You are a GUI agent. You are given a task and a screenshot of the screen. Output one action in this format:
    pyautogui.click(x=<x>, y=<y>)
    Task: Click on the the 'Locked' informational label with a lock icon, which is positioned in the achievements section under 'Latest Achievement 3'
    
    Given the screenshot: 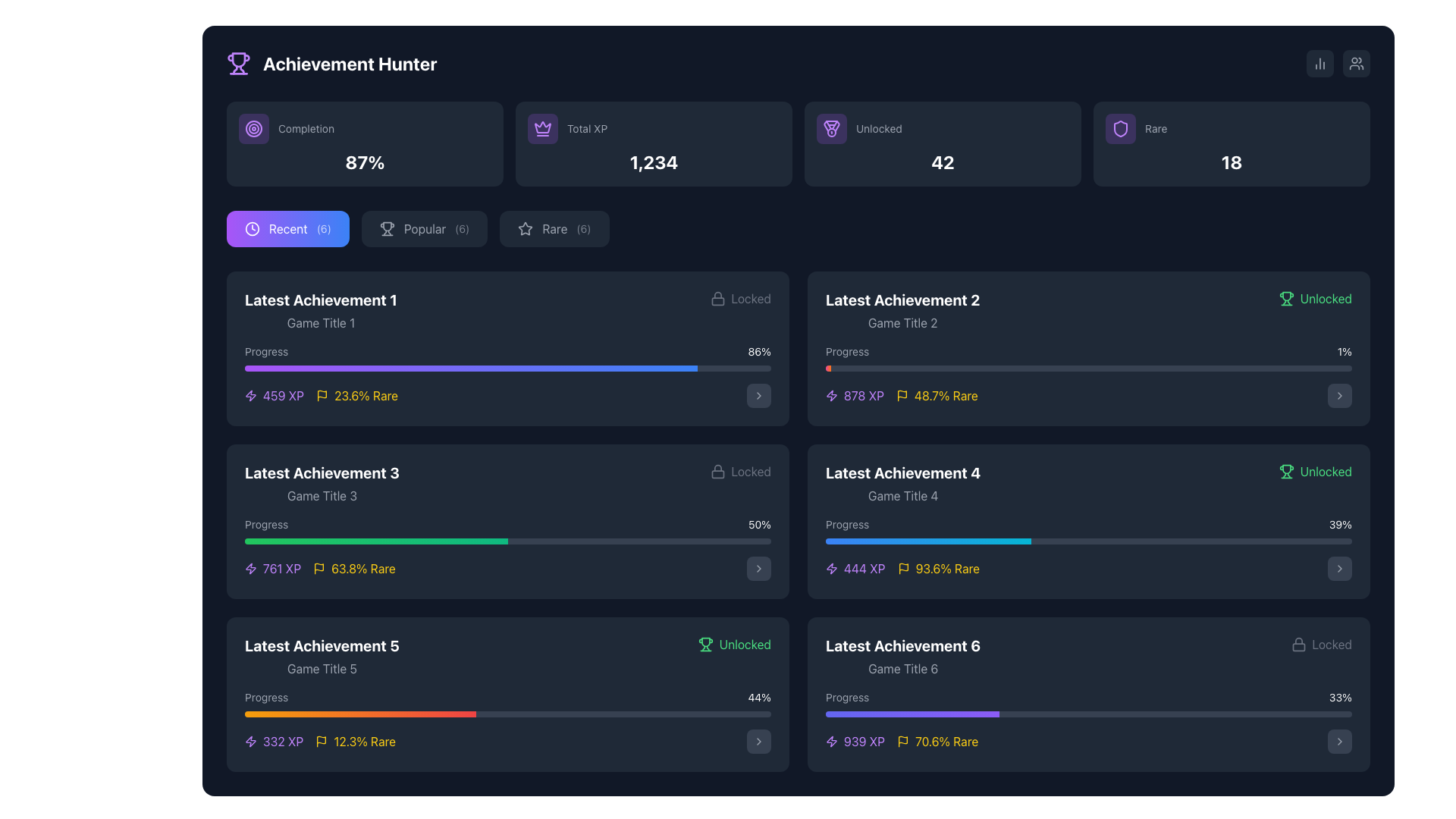 What is the action you would take?
    pyautogui.click(x=740, y=470)
    